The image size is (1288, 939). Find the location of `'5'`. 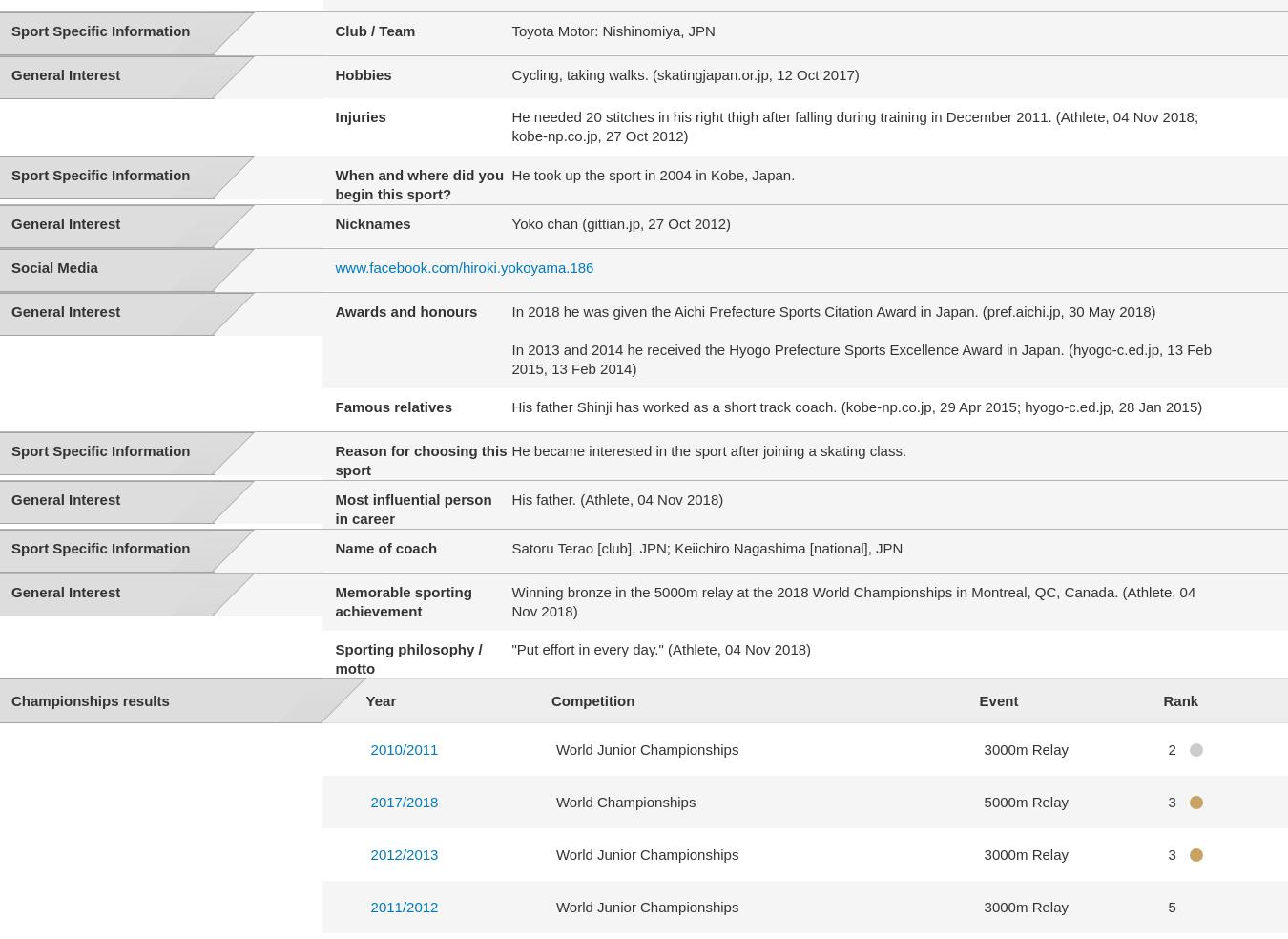

'5' is located at coordinates (1170, 907).